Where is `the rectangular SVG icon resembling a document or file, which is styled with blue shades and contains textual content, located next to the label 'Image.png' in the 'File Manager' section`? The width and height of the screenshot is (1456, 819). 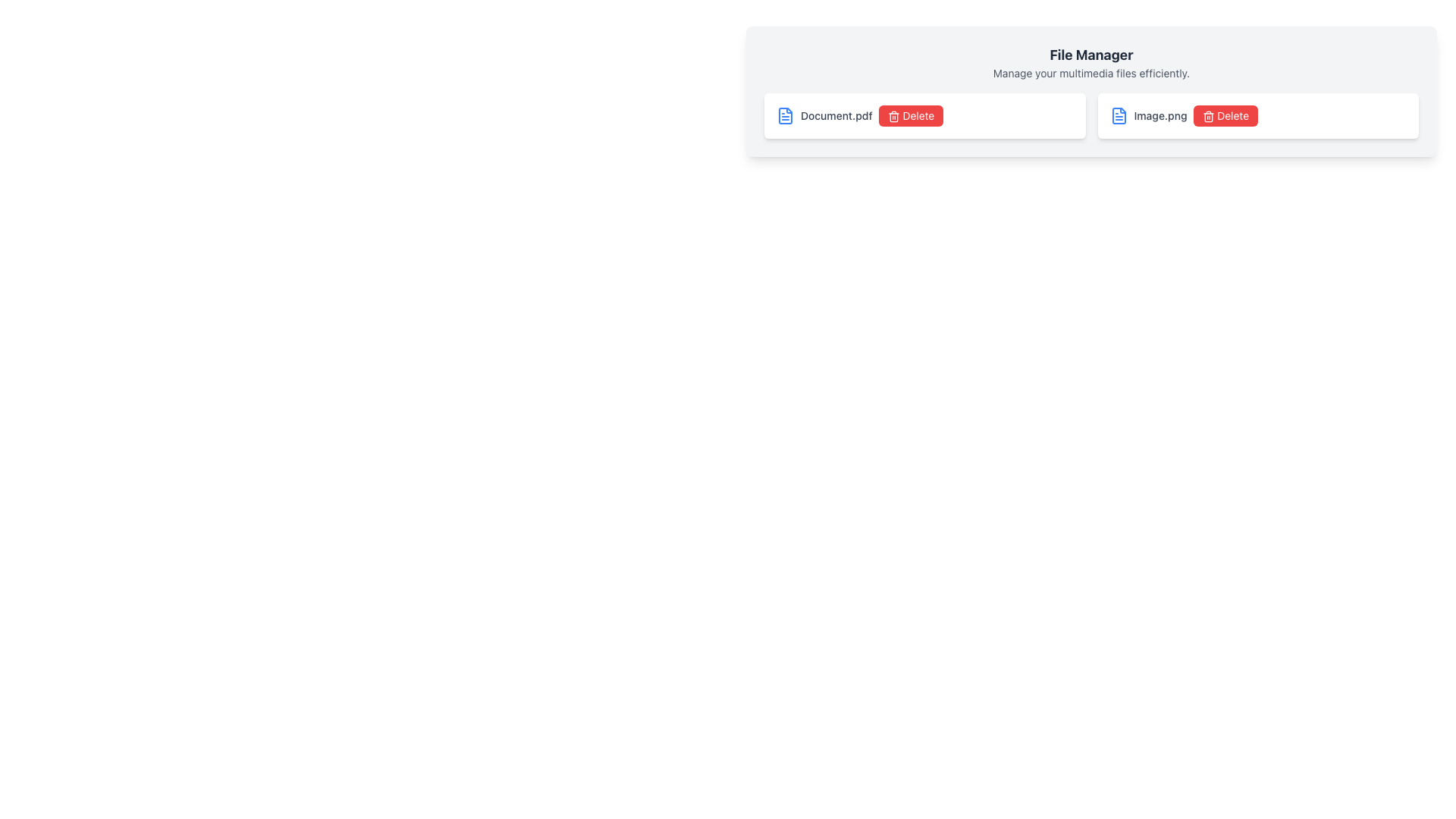 the rectangular SVG icon resembling a document or file, which is styled with blue shades and contains textual content, located next to the label 'Image.png' in the 'File Manager' section is located at coordinates (1119, 115).